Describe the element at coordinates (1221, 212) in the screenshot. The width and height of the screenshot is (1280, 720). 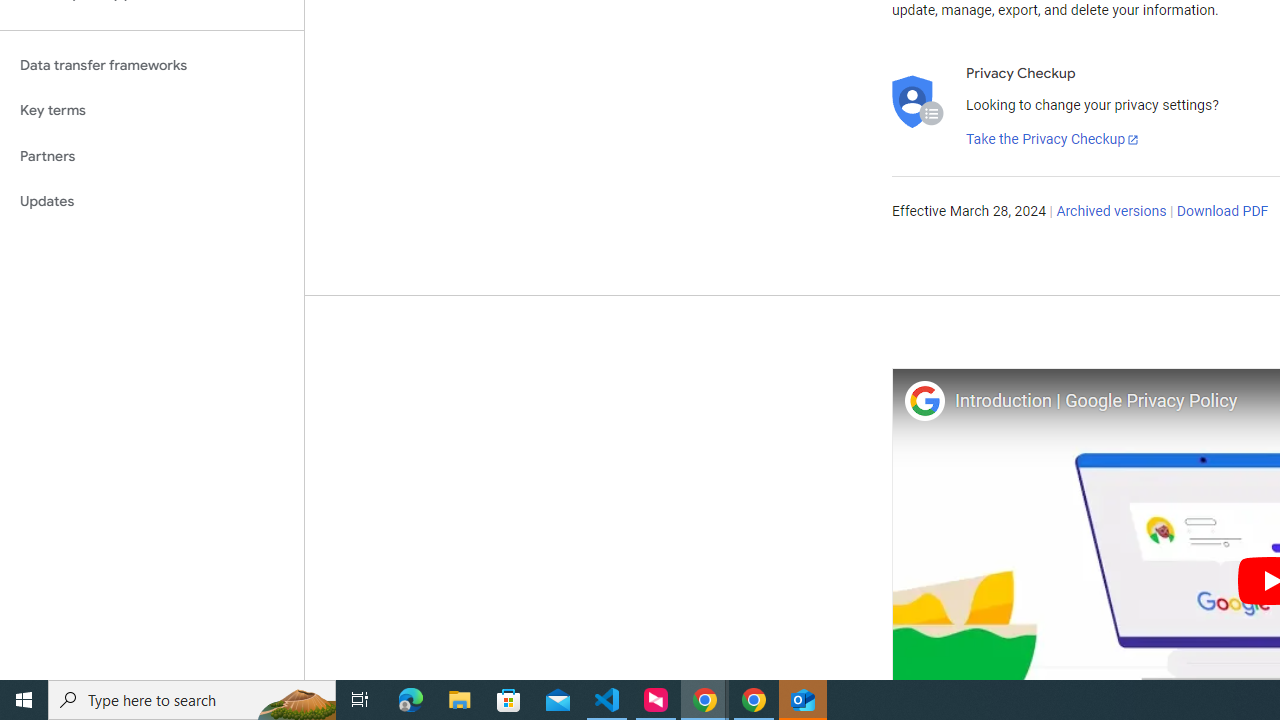
I see `'Download PDF'` at that location.